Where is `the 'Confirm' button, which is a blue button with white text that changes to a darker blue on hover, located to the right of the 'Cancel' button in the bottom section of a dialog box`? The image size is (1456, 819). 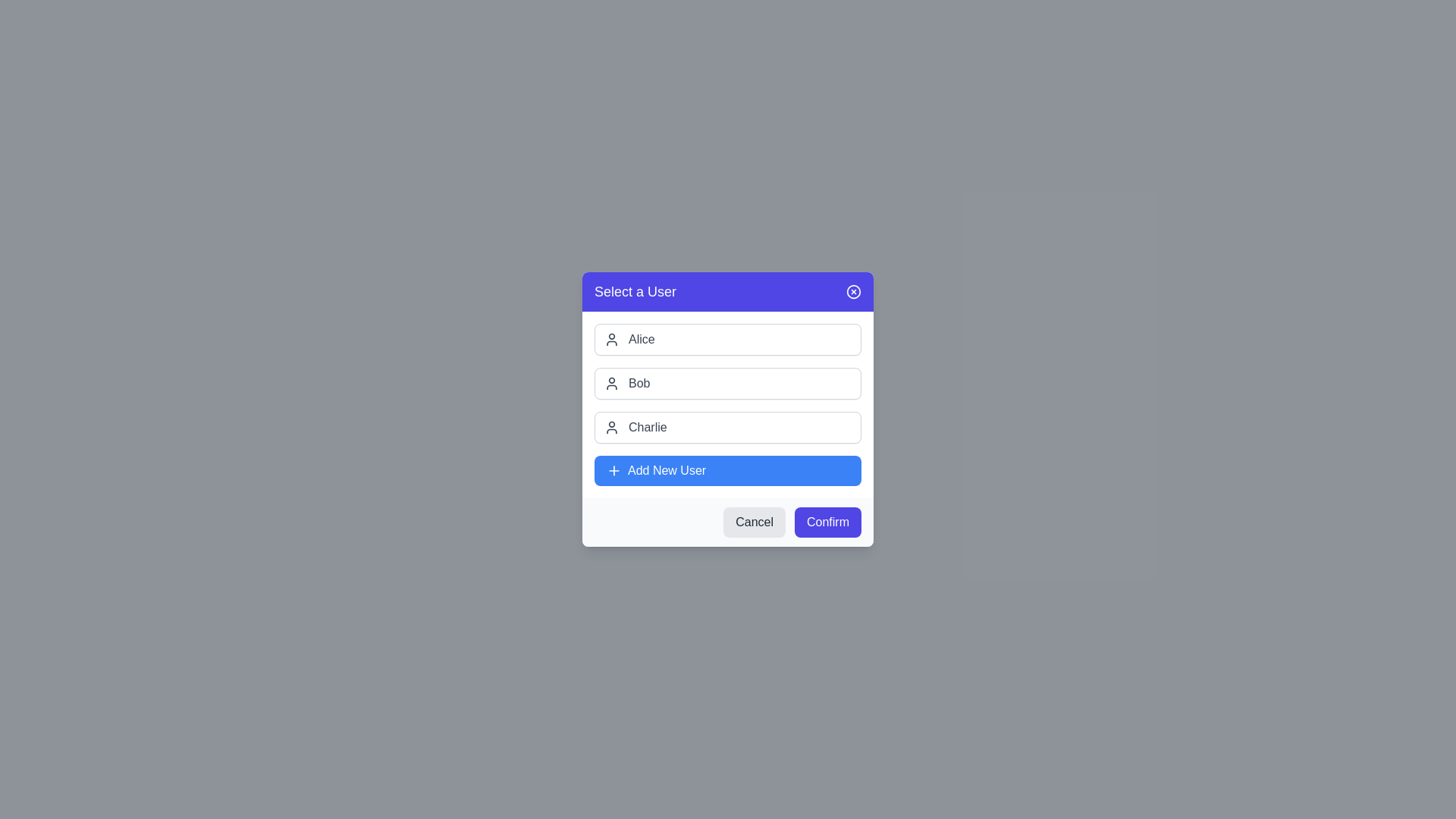
the 'Confirm' button, which is a blue button with white text that changes to a darker blue on hover, located to the right of the 'Cancel' button in the bottom section of a dialog box is located at coordinates (827, 522).